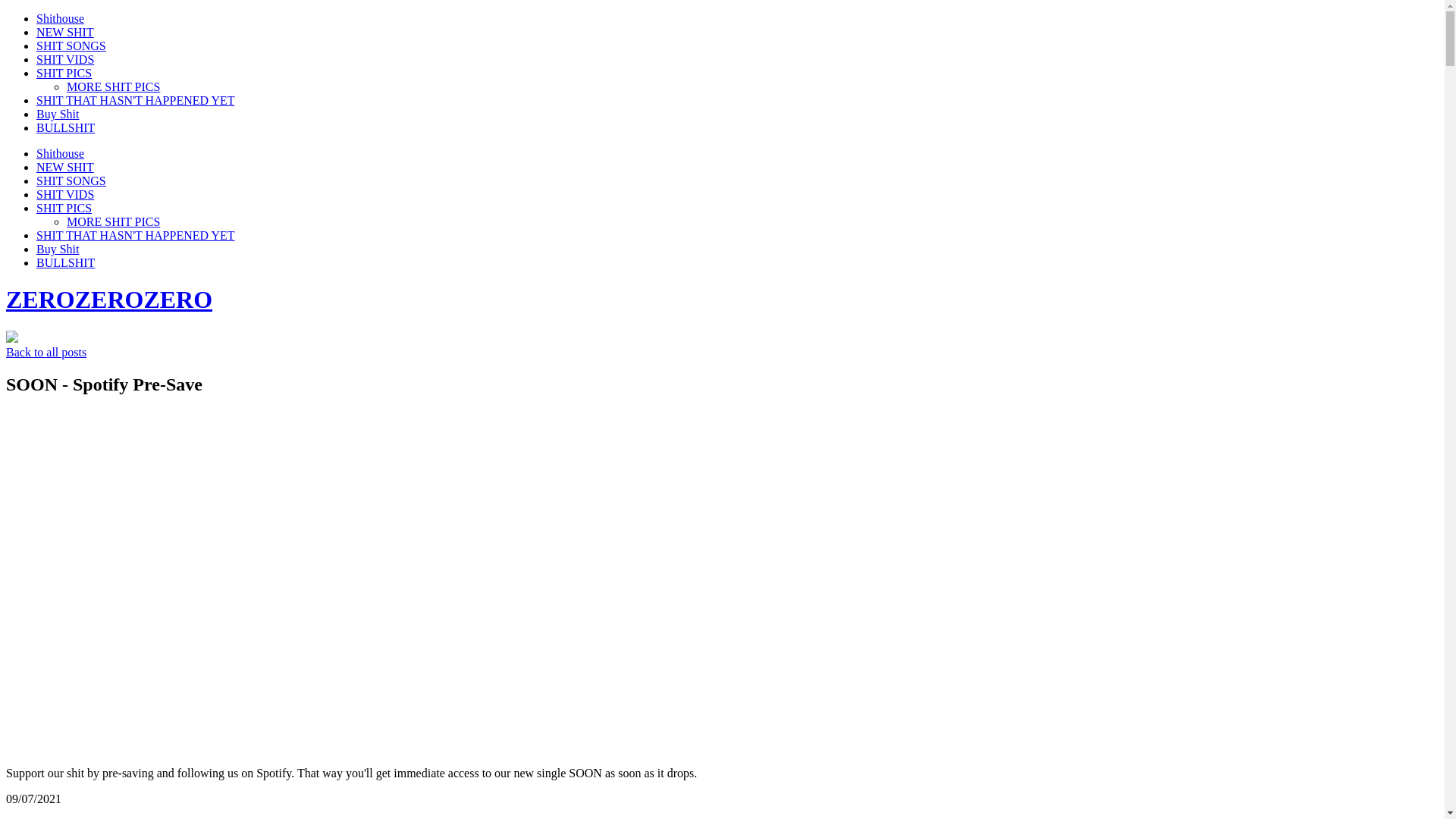 This screenshot has width=1456, height=819. Describe the element at coordinates (46, 352) in the screenshot. I see `'Back to all posts'` at that location.